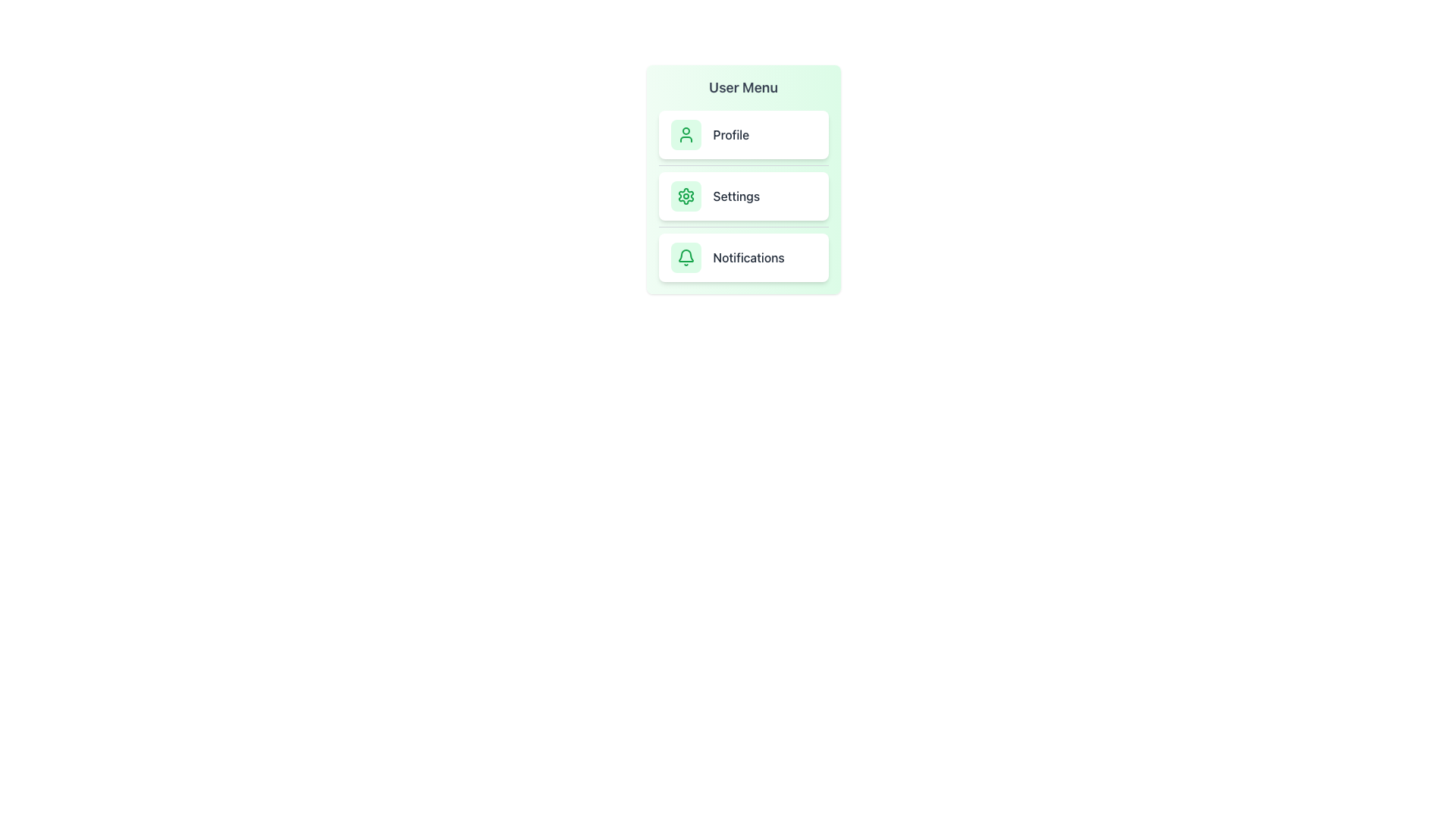 The width and height of the screenshot is (1456, 819). What do you see at coordinates (743, 87) in the screenshot?
I see `the text label indicating 'User Menu', which serves as a header for the following interactive buttons` at bounding box center [743, 87].